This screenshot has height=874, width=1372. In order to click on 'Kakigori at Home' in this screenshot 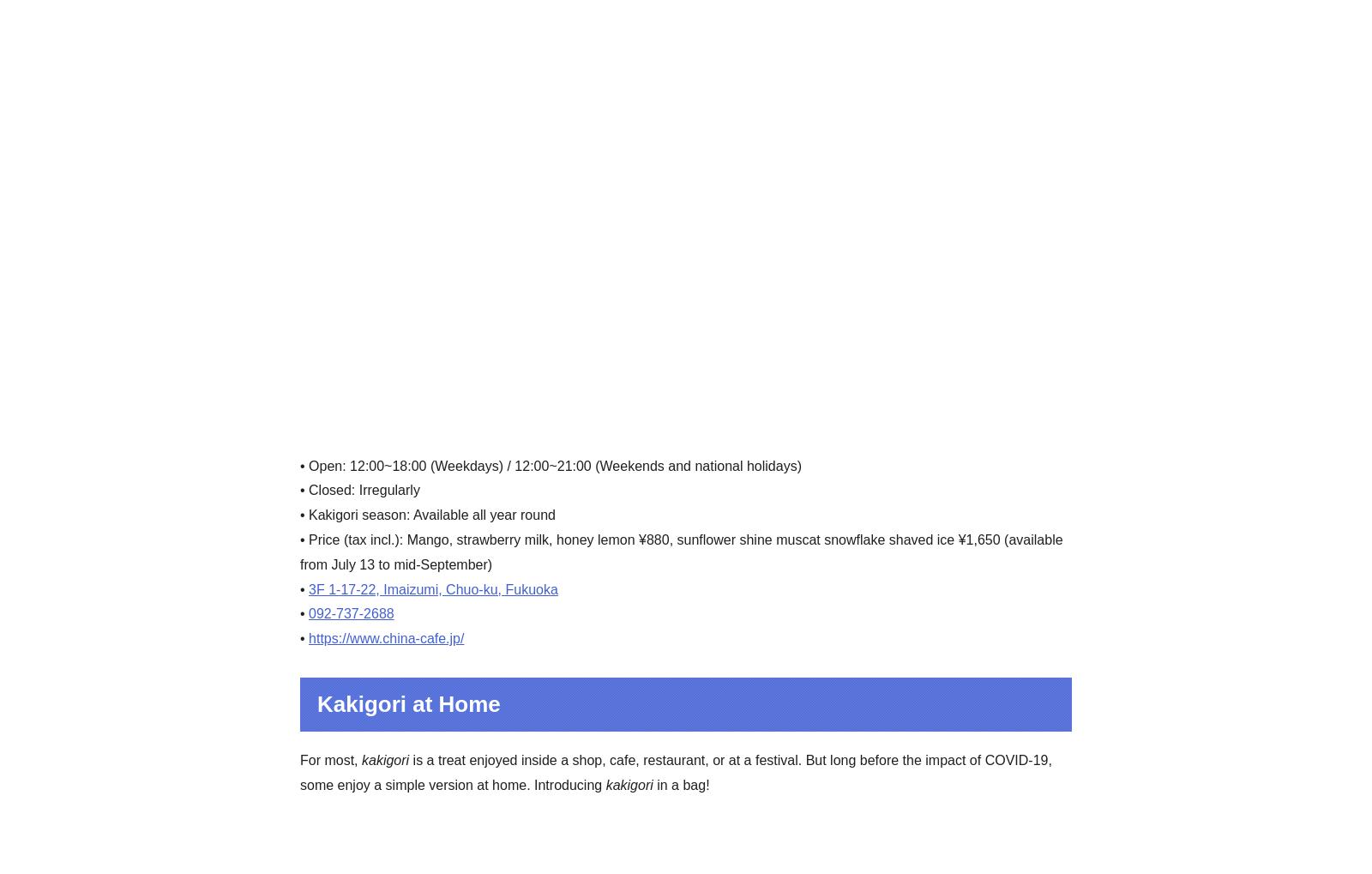, I will do `click(407, 702)`.